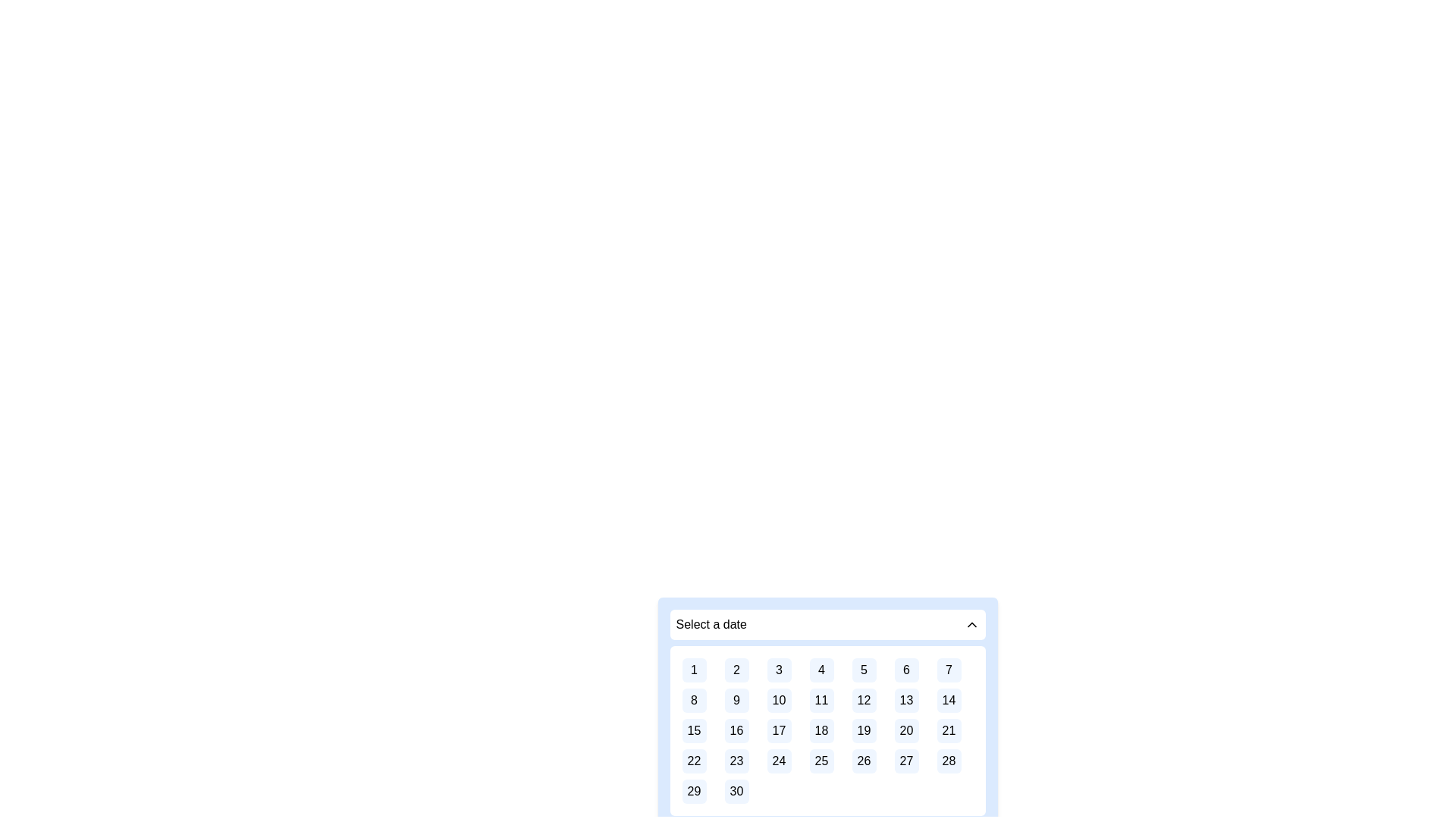 The image size is (1456, 819). What do you see at coordinates (827, 730) in the screenshot?
I see `the button displaying a numbered day in the calendar grid layout` at bounding box center [827, 730].